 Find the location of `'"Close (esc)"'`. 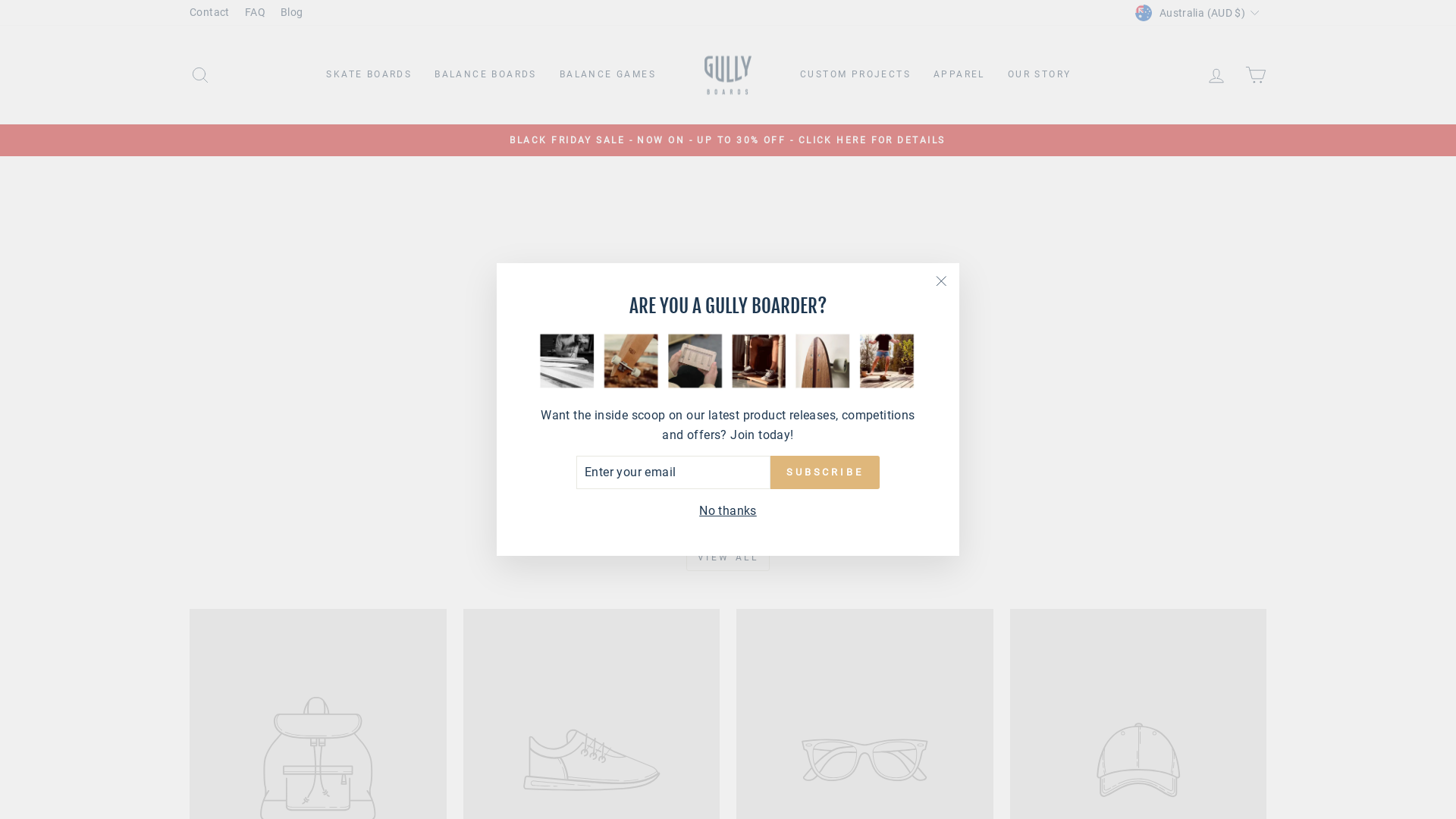

'"Close (esc)"' is located at coordinates (922, 281).